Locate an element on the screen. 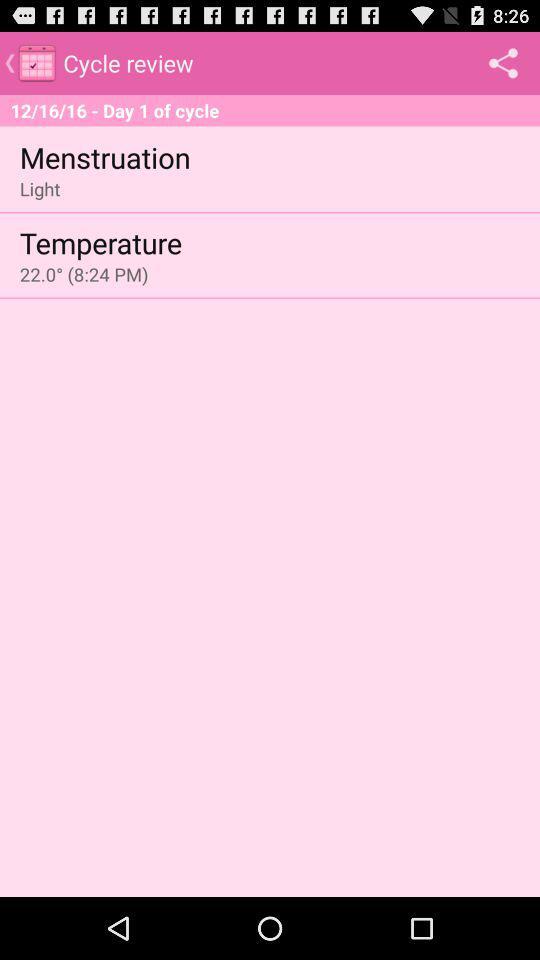 The width and height of the screenshot is (540, 960). 22 0 8 app is located at coordinates (83, 273).